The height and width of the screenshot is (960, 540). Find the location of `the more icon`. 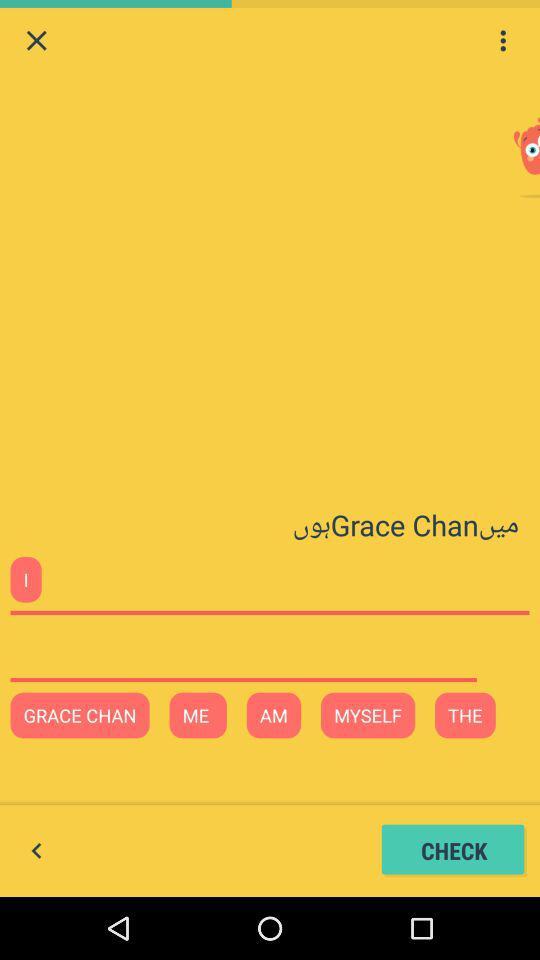

the more icon is located at coordinates (502, 42).